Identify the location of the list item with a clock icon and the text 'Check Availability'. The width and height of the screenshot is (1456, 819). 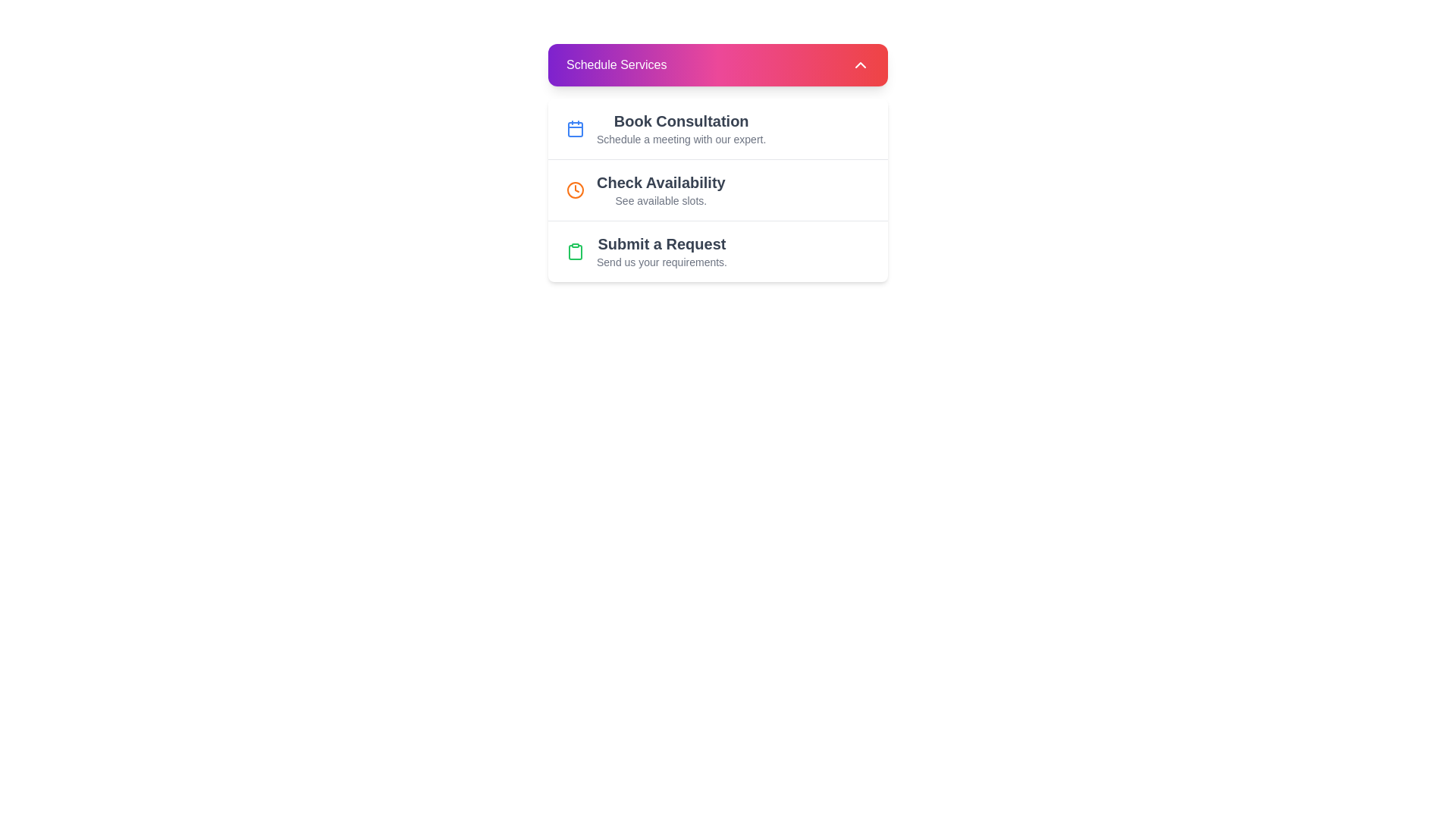
(717, 189).